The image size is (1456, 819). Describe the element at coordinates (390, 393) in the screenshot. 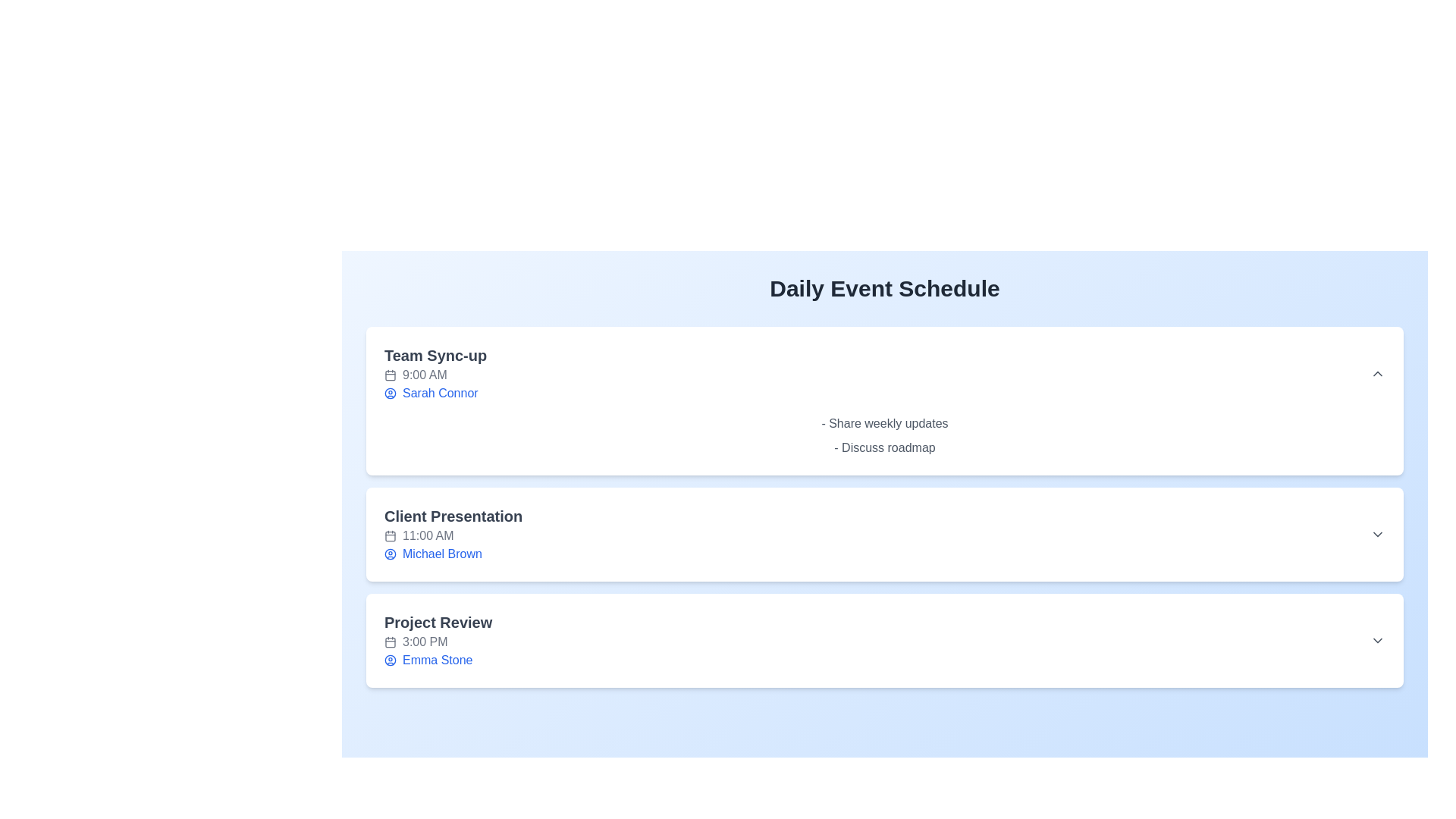

I see `the outermost circular component of the SVG graphic within the 'Team Sync-up' event card` at that location.